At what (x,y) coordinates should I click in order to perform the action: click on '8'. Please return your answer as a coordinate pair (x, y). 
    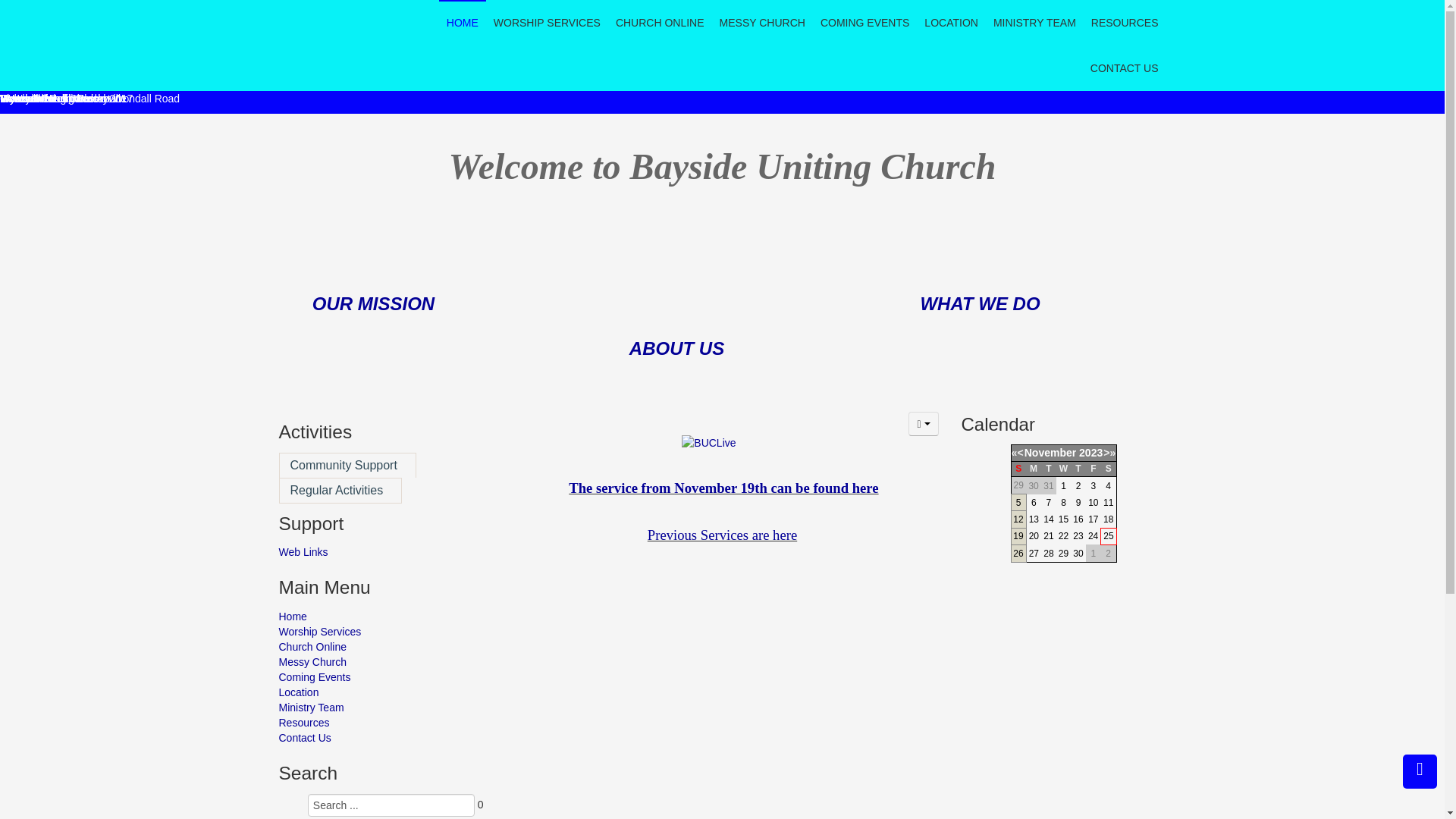
    Looking at the image, I should click on (1062, 503).